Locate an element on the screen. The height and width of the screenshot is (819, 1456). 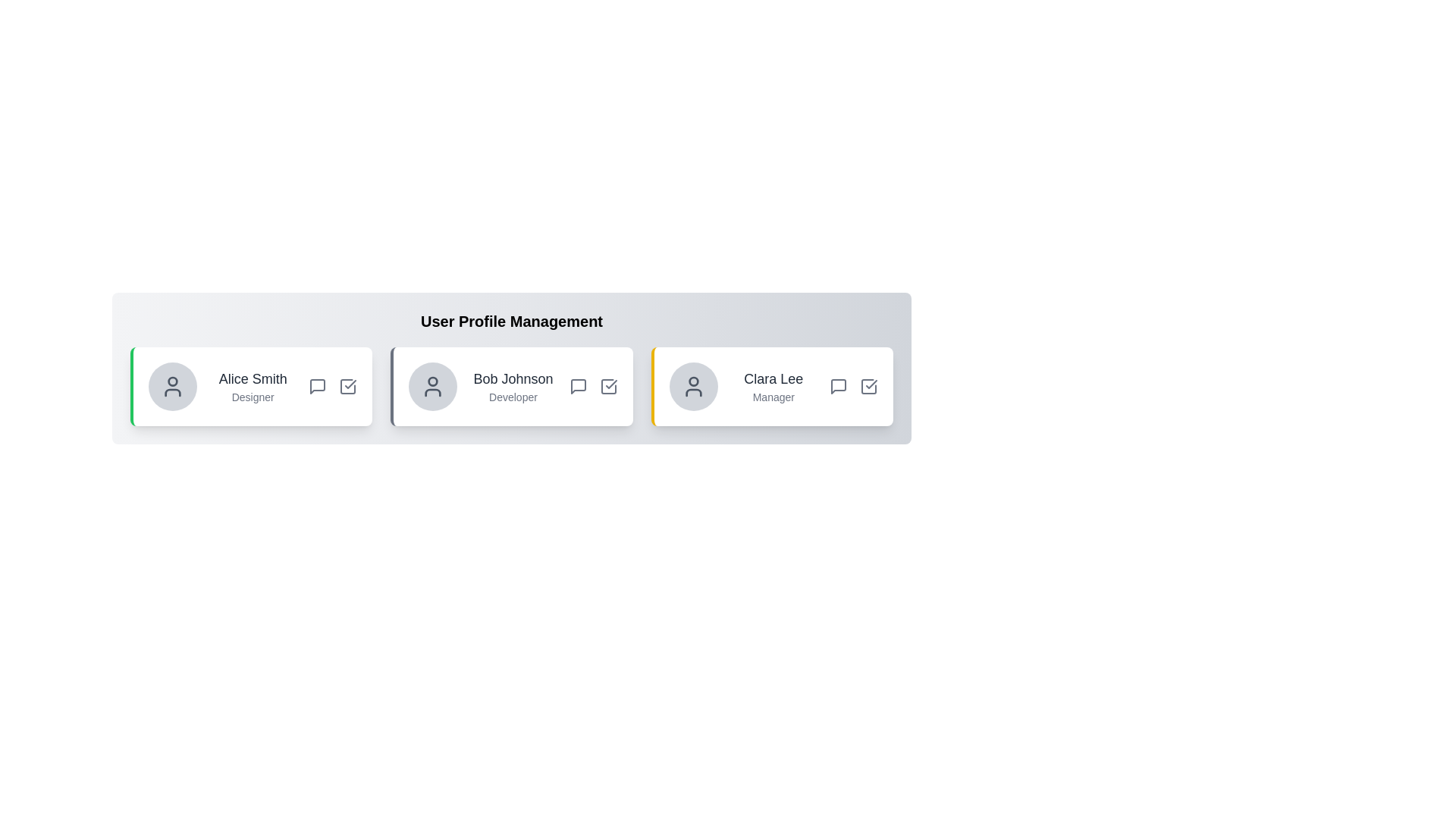
the Text label indicating the professional role 'Developer' for Bob Johnson, positioned at the bottom of the profile card is located at coordinates (513, 397).